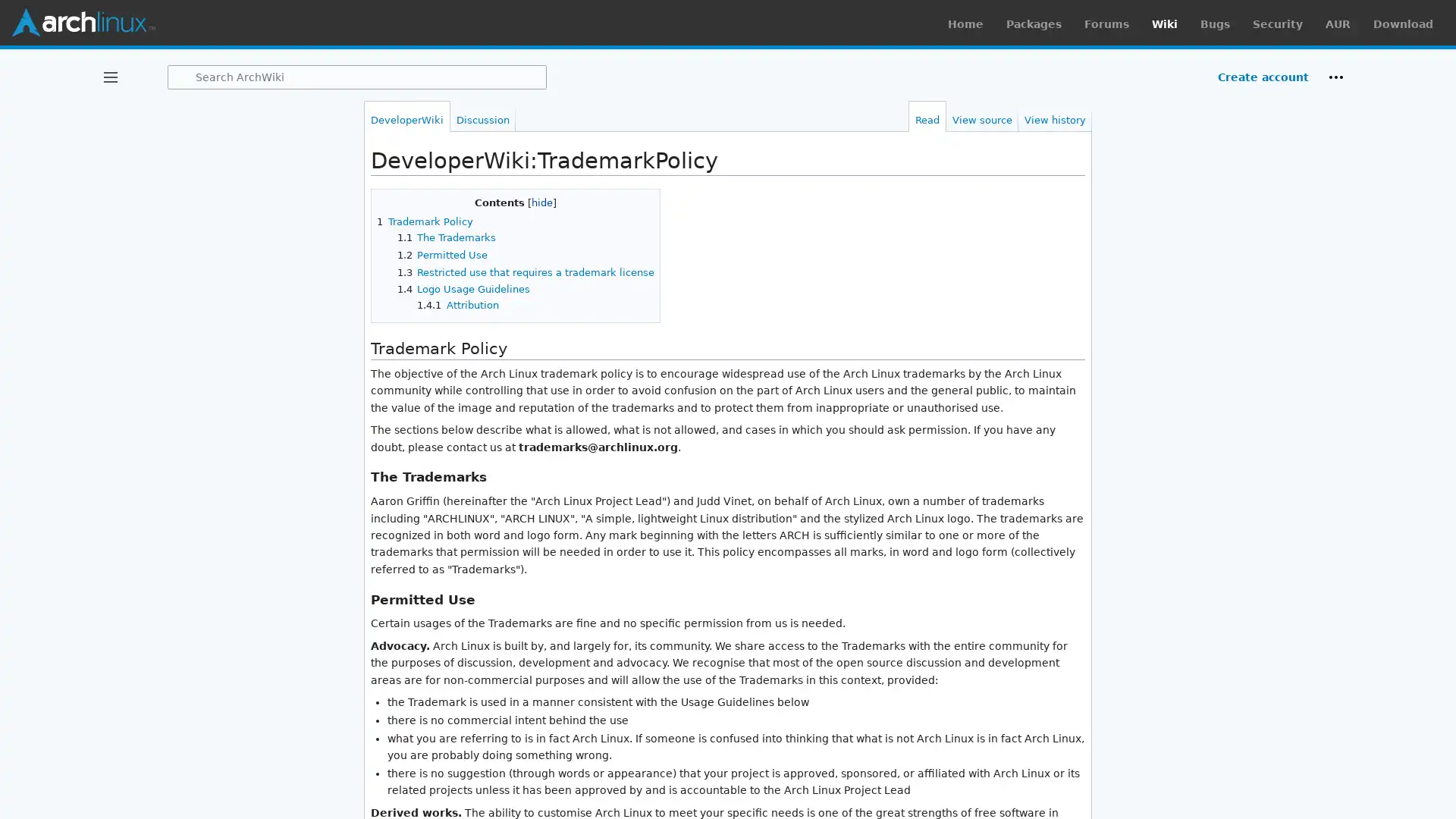 The image size is (1456, 819). What do you see at coordinates (109, 77) in the screenshot?
I see `Toggle sidebar` at bounding box center [109, 77].